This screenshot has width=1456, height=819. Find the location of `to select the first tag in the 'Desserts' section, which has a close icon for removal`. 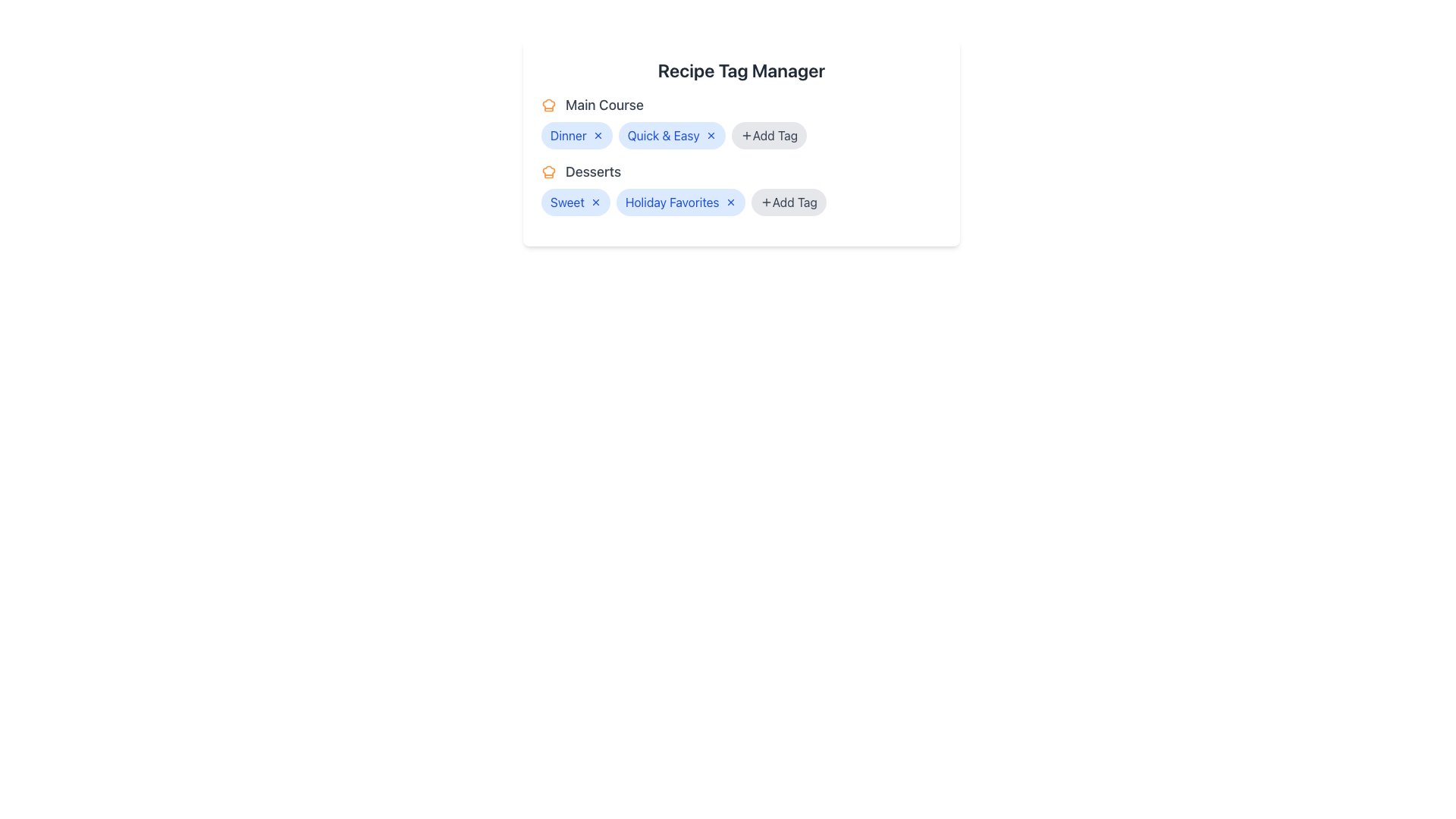

to select the first tag in the 'Desserts' section, which has a close icon for removal is located at coordinates (575, 201).